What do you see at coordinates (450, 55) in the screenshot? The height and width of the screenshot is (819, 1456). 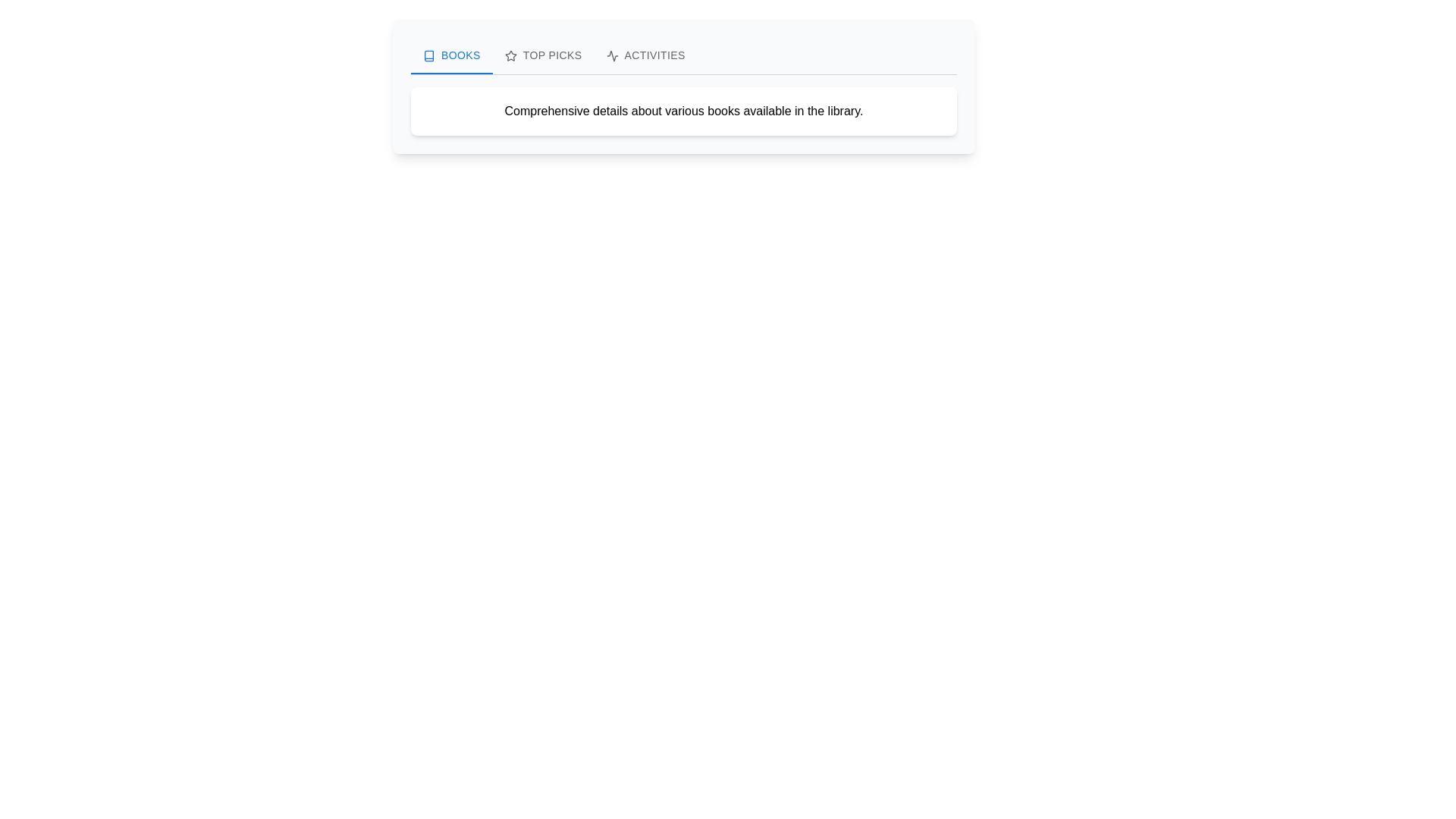 I see `the 'Books' tab, which is the active tab in the horizontal navigation bar, indicated by its blue icon and capitalized blue text` at bounding box center [450, 55].